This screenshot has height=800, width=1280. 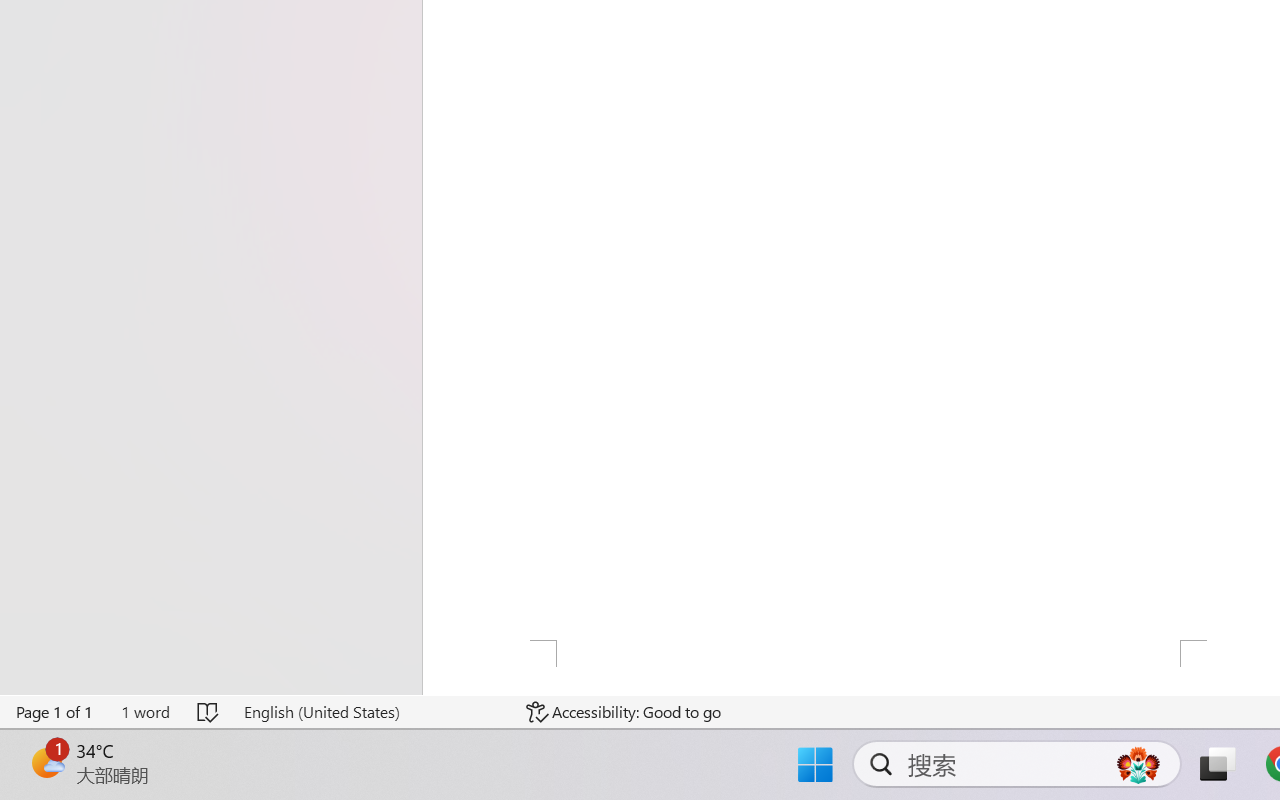 What do you see at coordinates (371, 711) in the screenshot?
I see `'Language English (United States)'` at bounding box center [371, 711].